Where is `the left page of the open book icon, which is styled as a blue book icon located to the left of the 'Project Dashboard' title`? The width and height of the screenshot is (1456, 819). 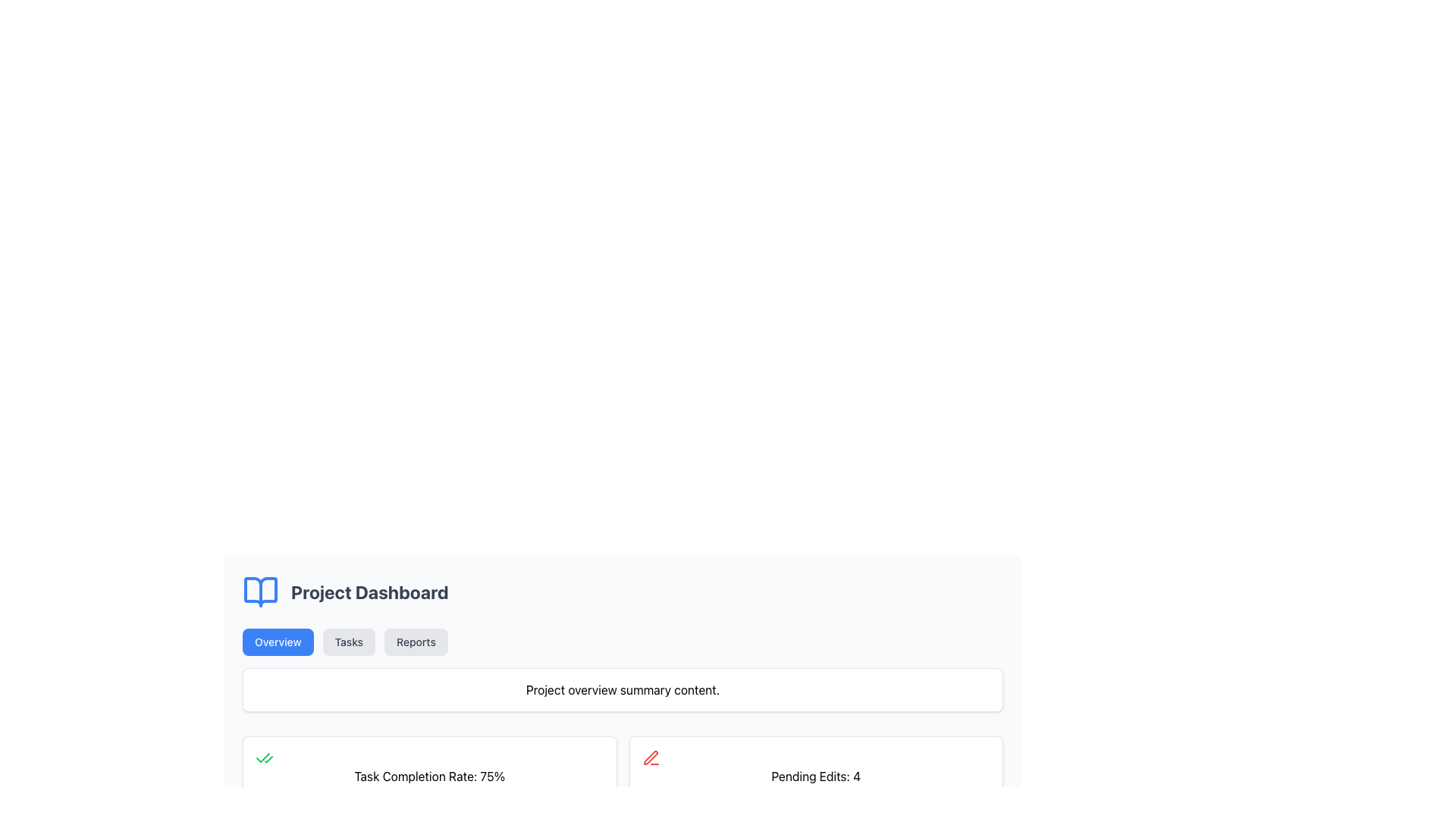 the left page of the open book icon, which is styled as a blue book icon located to the left of the 'Project Dashboard' title is located at coordinates (261, 591).